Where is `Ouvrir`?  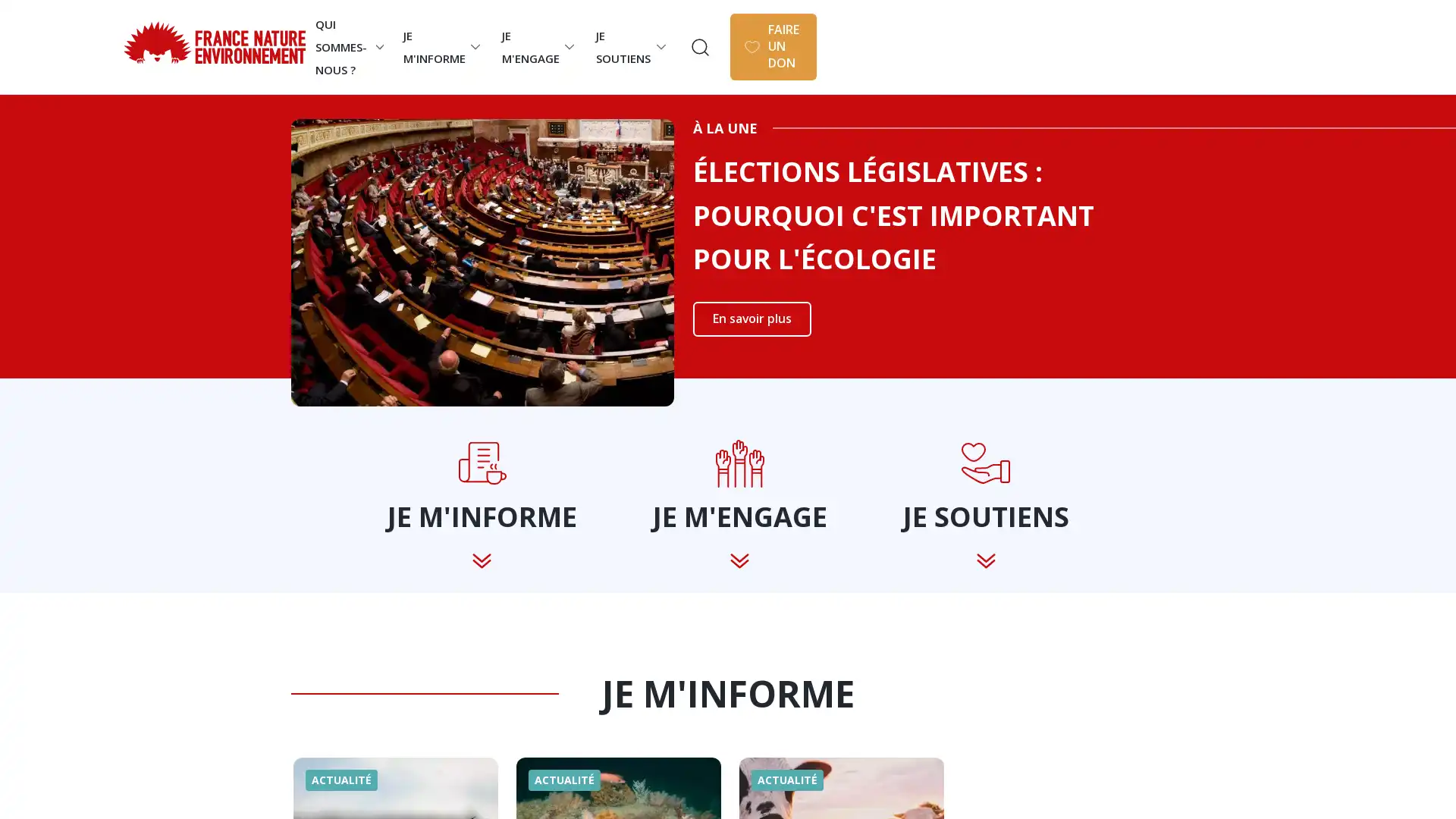
Ouvrir is located at coordinates (1001, 45).